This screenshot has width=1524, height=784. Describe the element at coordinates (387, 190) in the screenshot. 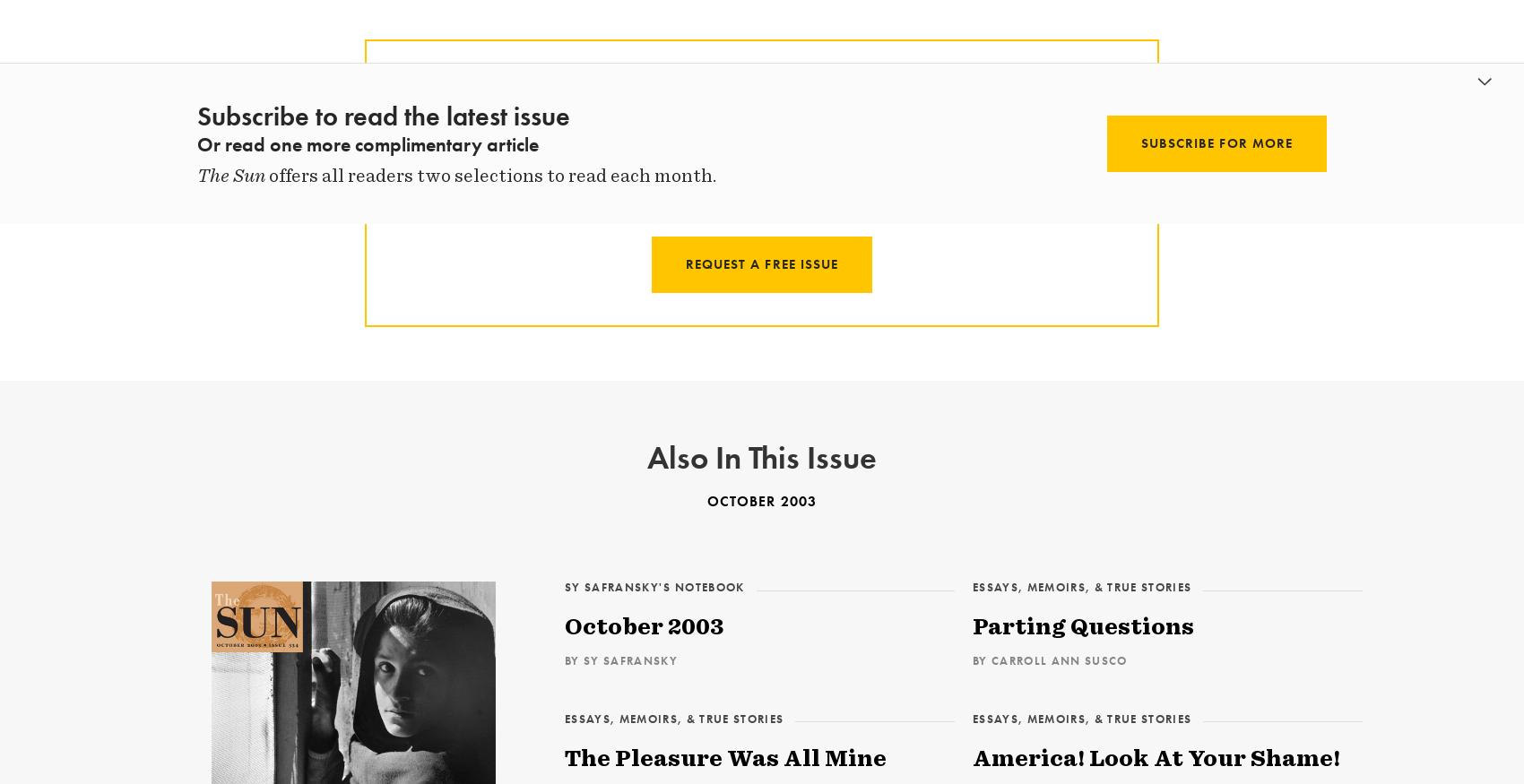

I see `'Request a free trial, and we’ll mail you a print copy of this month’s issue. Plus you’ll get full online access — including 50 years of archives.'` at that location.